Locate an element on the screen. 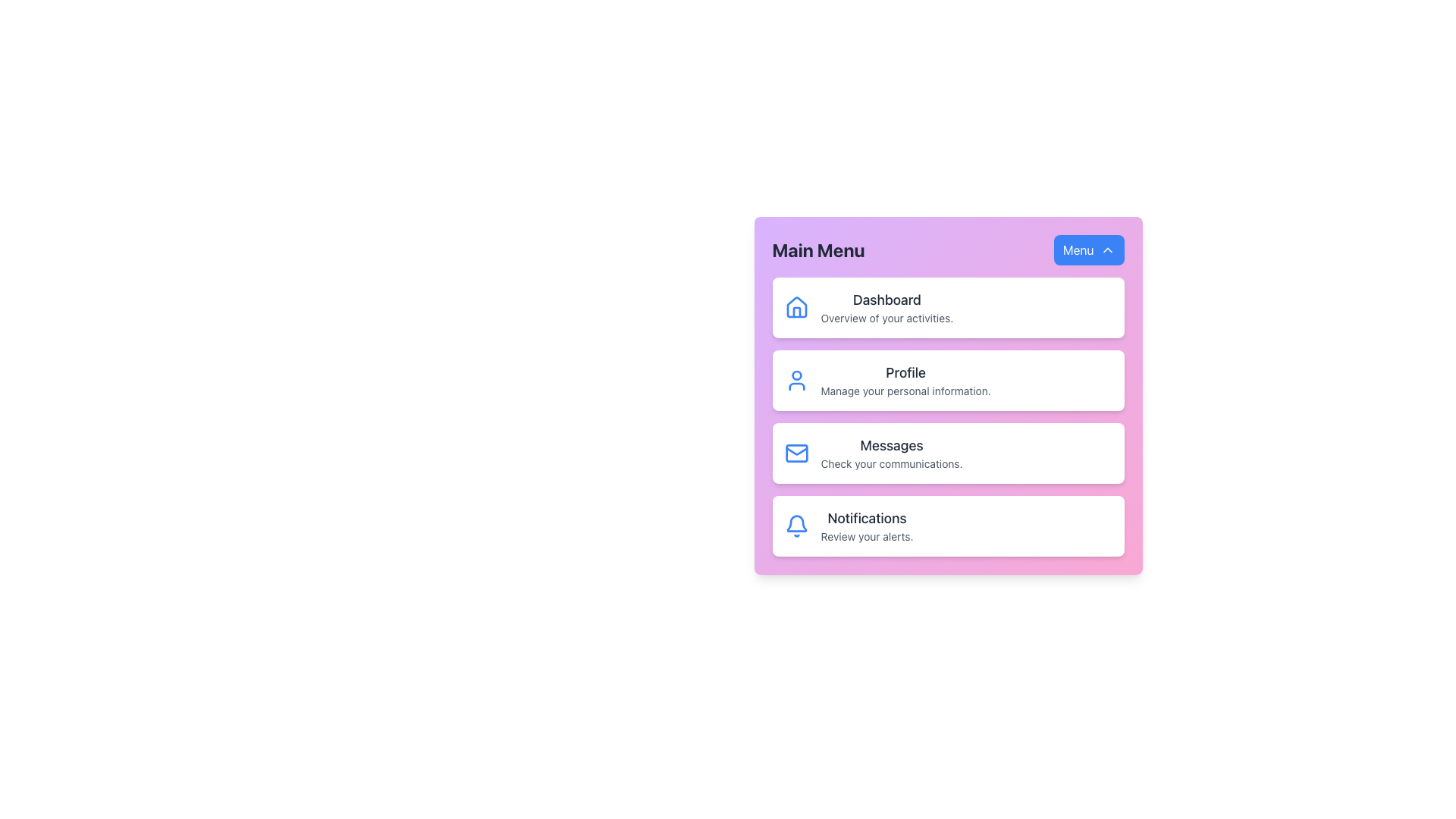 This screenshot has width=1456, height=819. the Card with menu items that features a gradient background transitioning from purple to pink, containing 'Main Menu' as the heading and a button labeled 'Menu' in blue at the top-right corner is located at coordinates (947, 394).